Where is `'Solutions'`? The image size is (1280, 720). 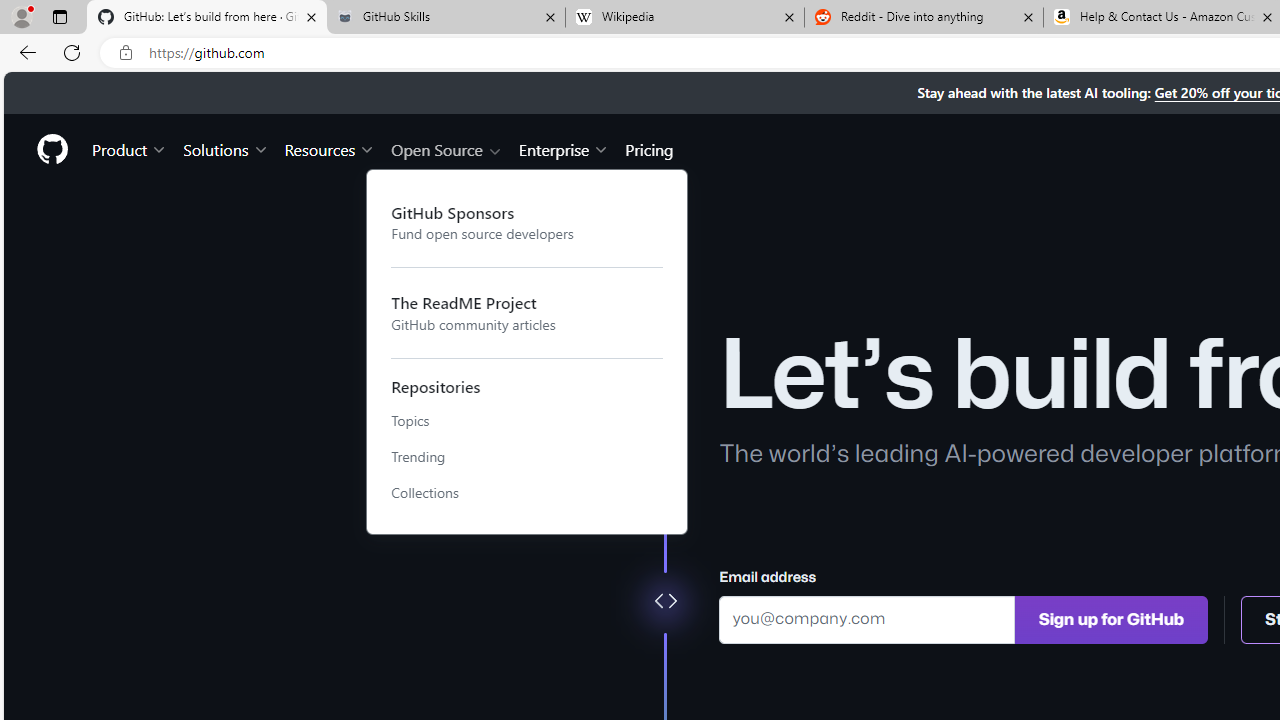 'Solutions' is located at coordinates (225, 148).